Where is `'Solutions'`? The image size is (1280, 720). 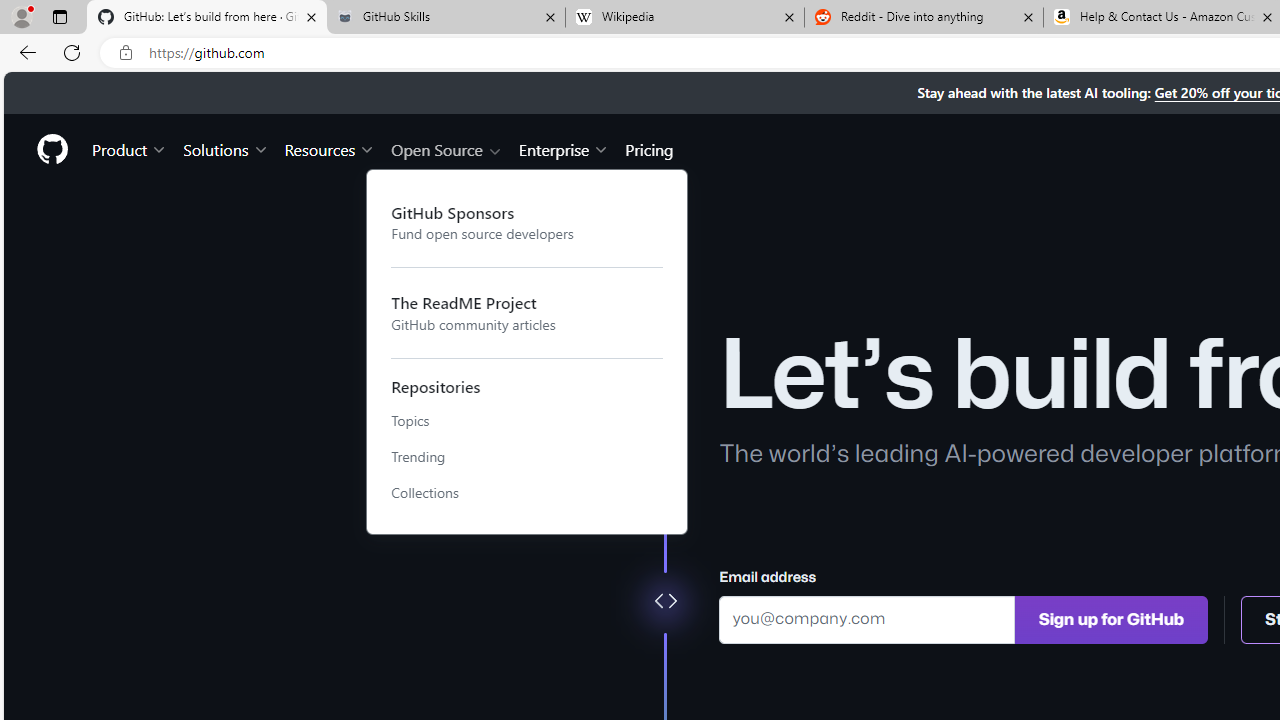 'Solutions' is located at coordinates (225, 148).